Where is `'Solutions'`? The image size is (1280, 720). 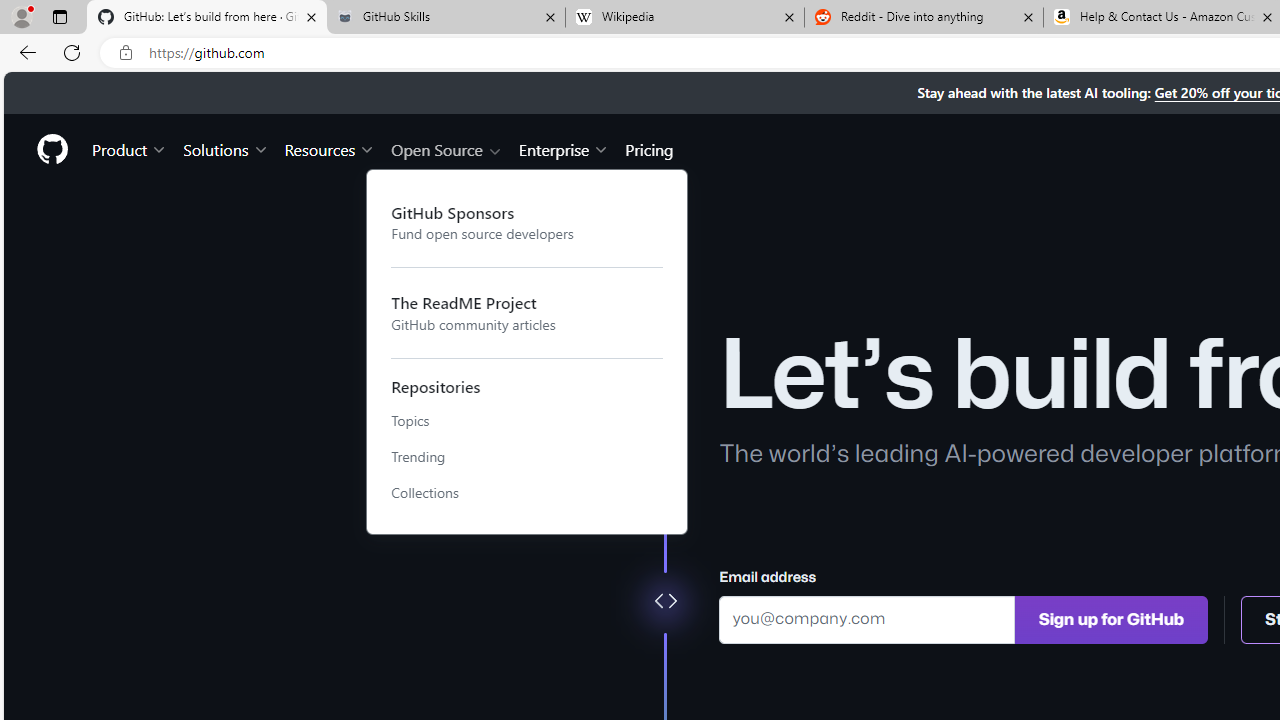 'Solutions' is located at coordinates (225, 148).